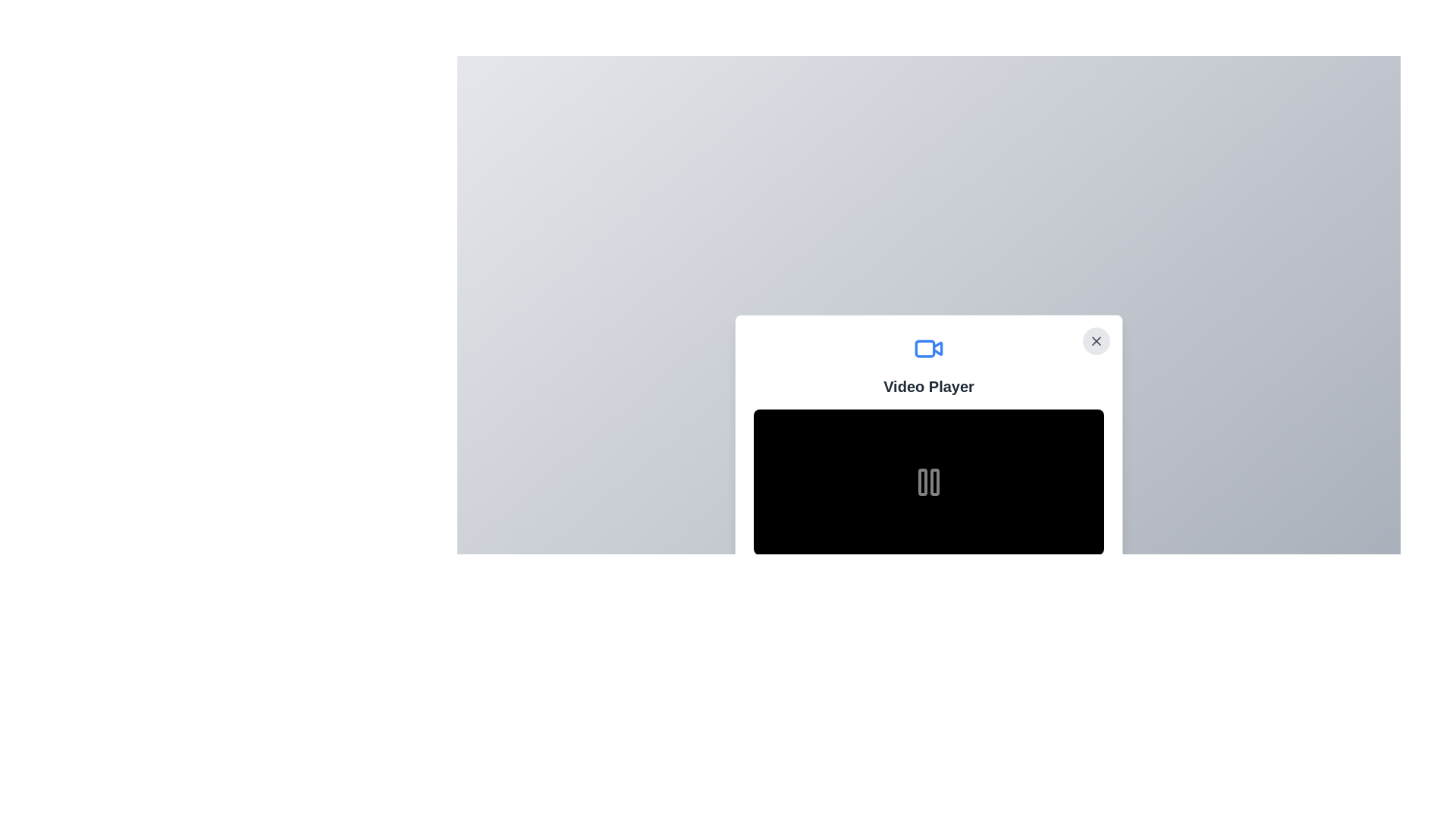 This screenshot has height=819, width=1456. I want to click on the video player interface, which has a black background and a central icon resembling pause bars, indicating a paused state, and is styled with rounded corners, so click(927, 464).